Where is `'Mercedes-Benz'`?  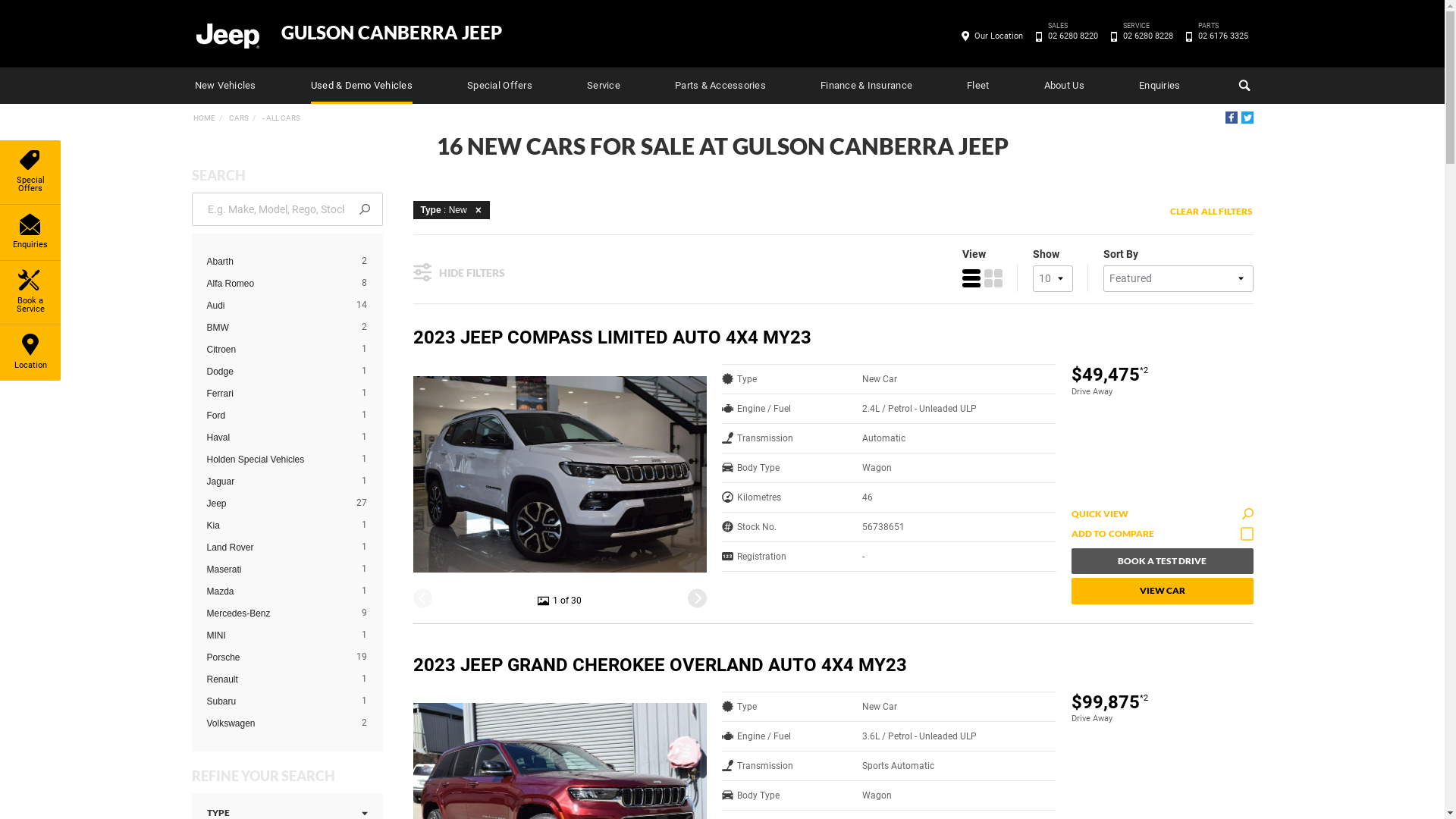
'Mercedes-Benz' is located at coordinates (275, 613).